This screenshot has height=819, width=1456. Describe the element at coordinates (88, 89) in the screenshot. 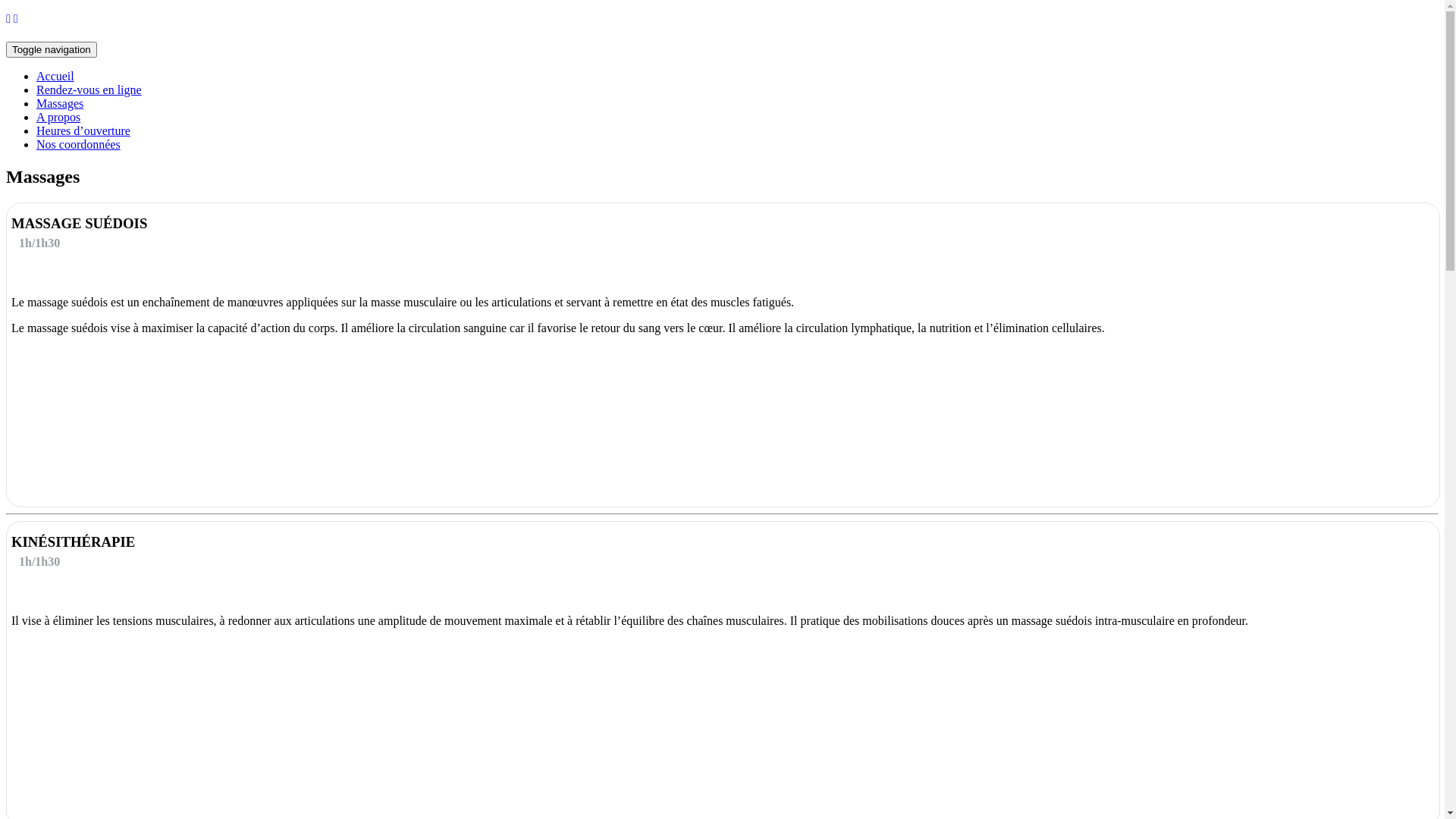

I see `'Rendez-vous en ligne'` at that location.